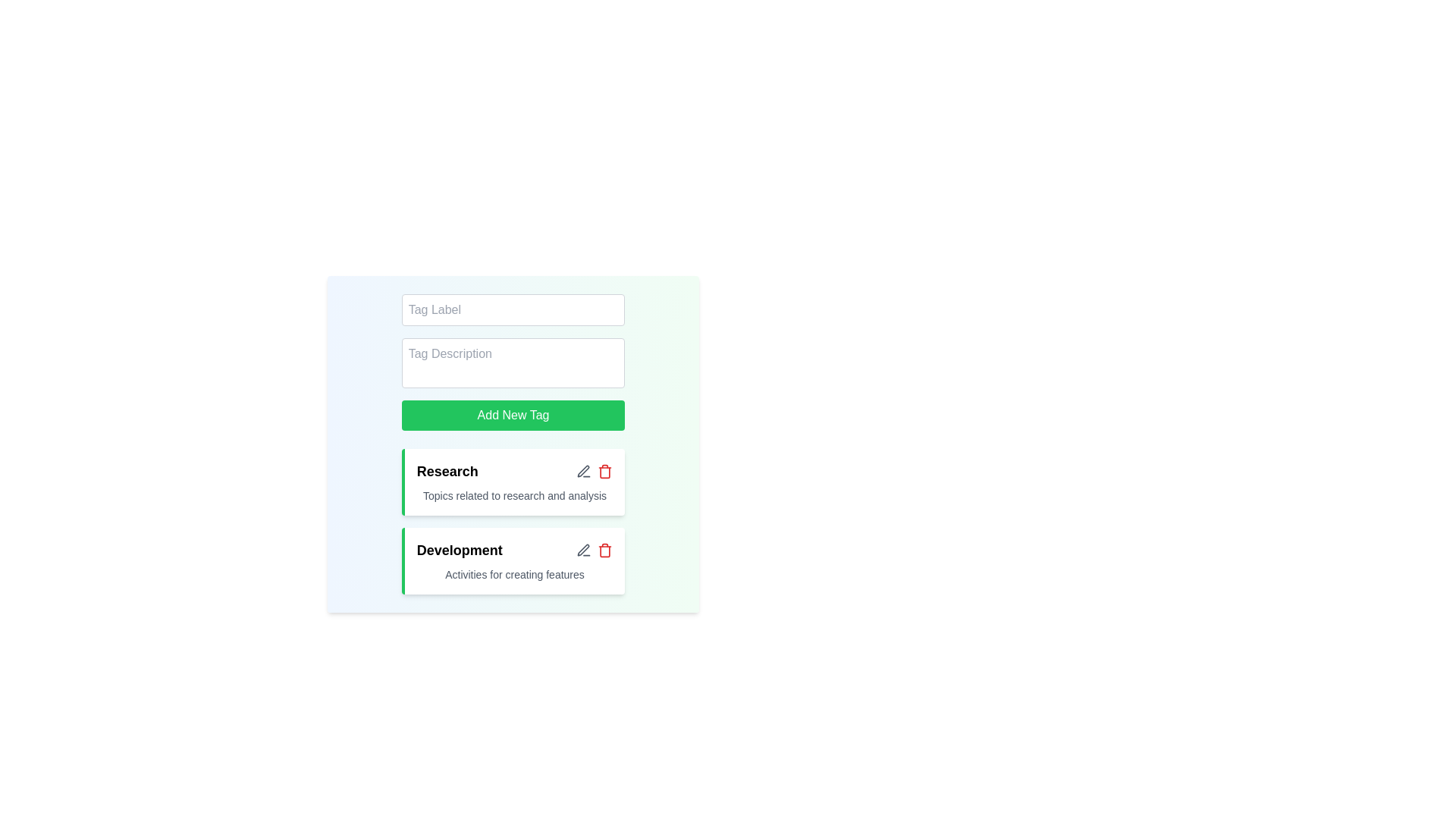  I want to click on the Grouped list containing 'Research' and 'Development' sections, so click(513, 520).